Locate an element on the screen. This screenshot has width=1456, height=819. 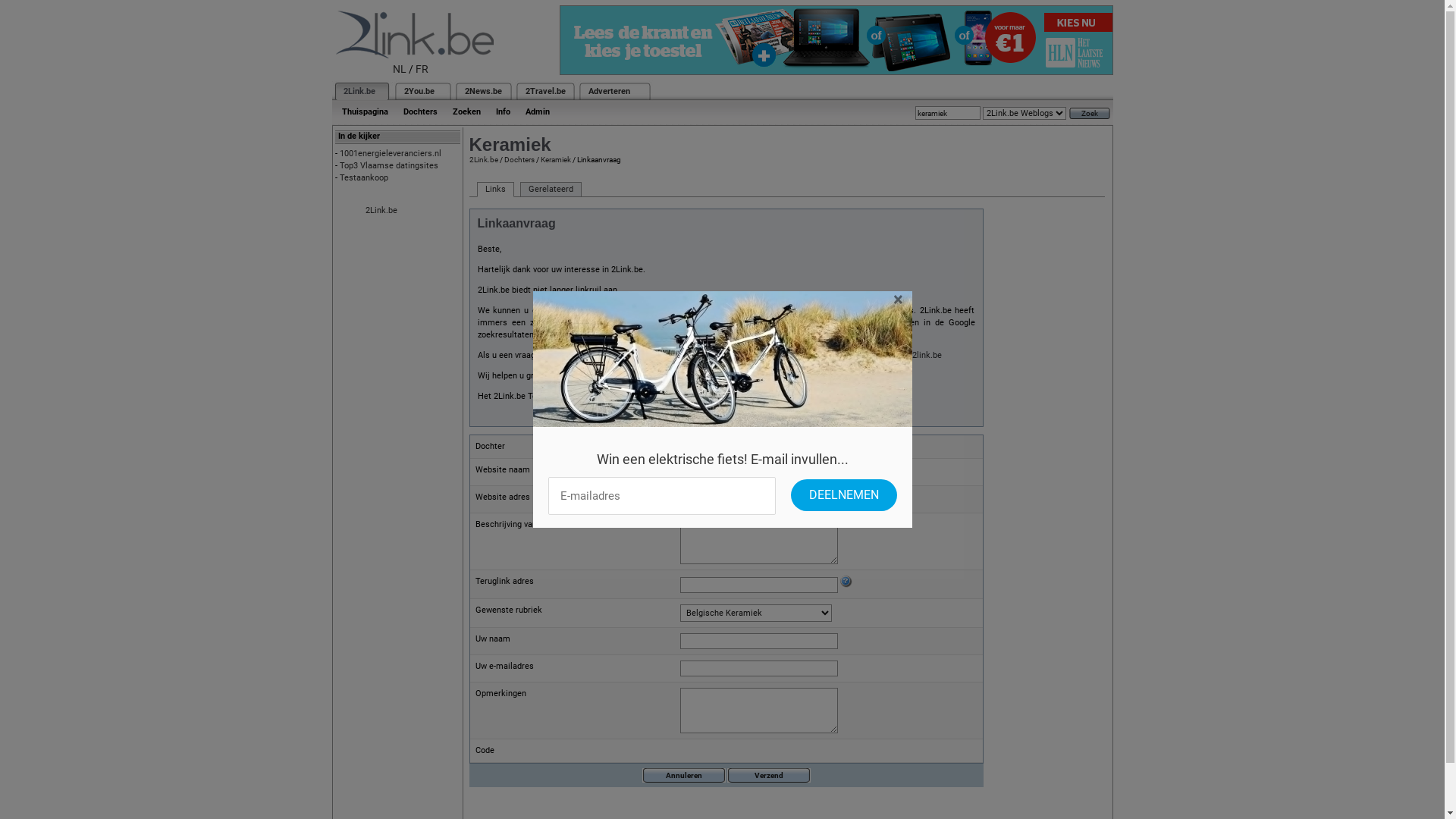
'2Link.be' is located at coordinates (381, 210).